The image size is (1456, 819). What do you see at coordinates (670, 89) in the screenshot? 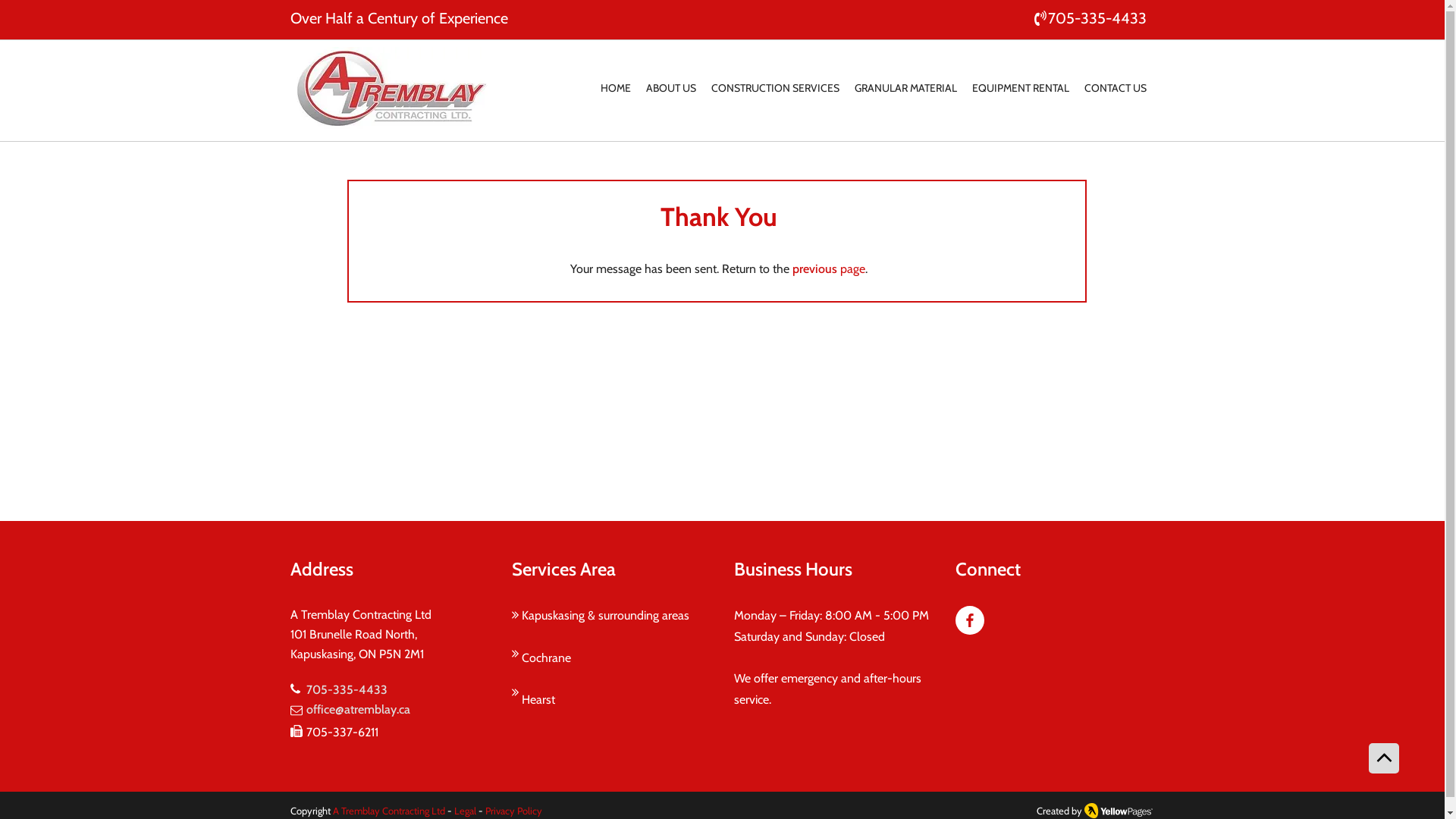
I see `'ABOUT US'` at bounding box center [670, 89].